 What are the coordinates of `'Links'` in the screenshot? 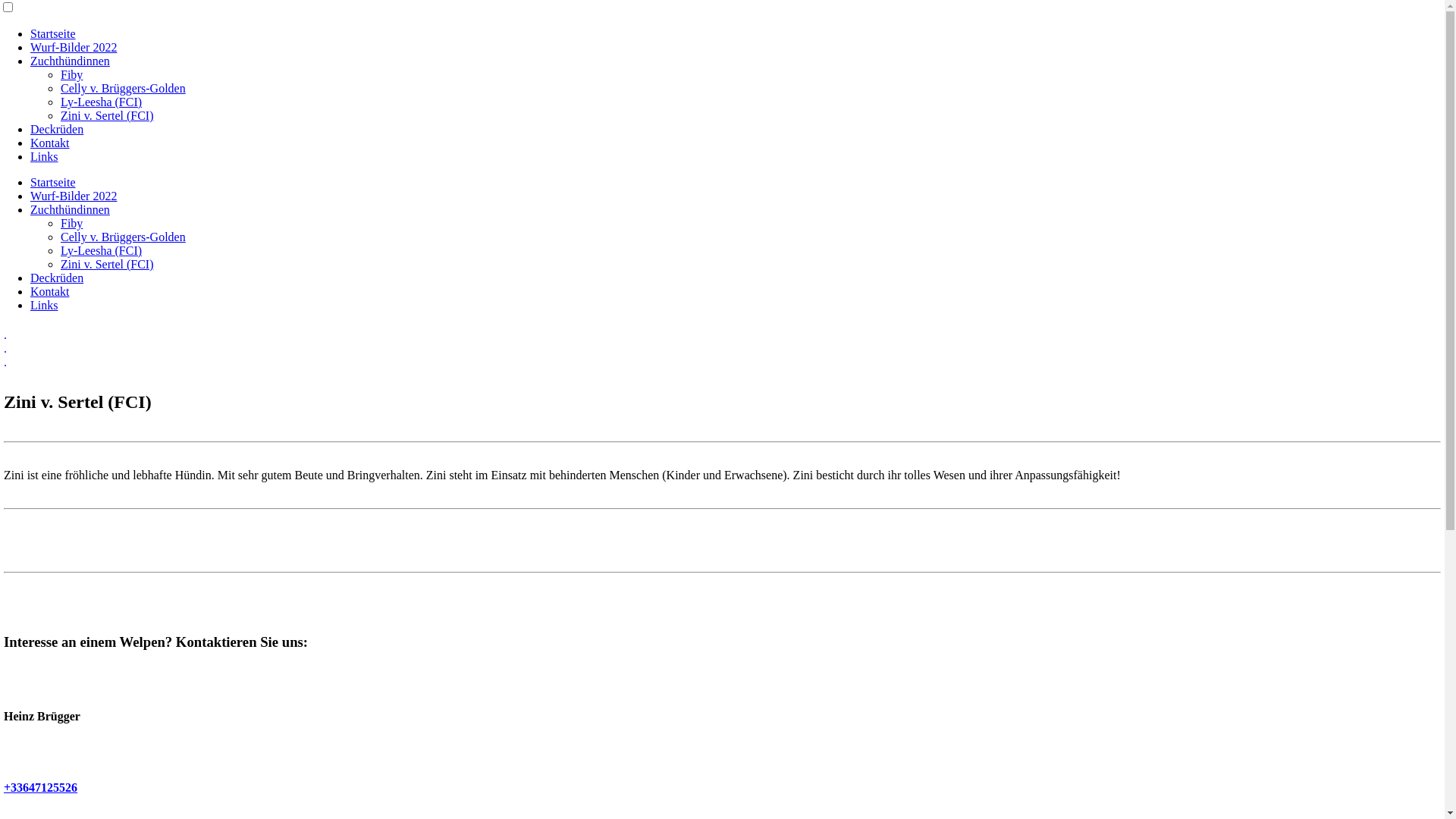 It's located at (43, 305).